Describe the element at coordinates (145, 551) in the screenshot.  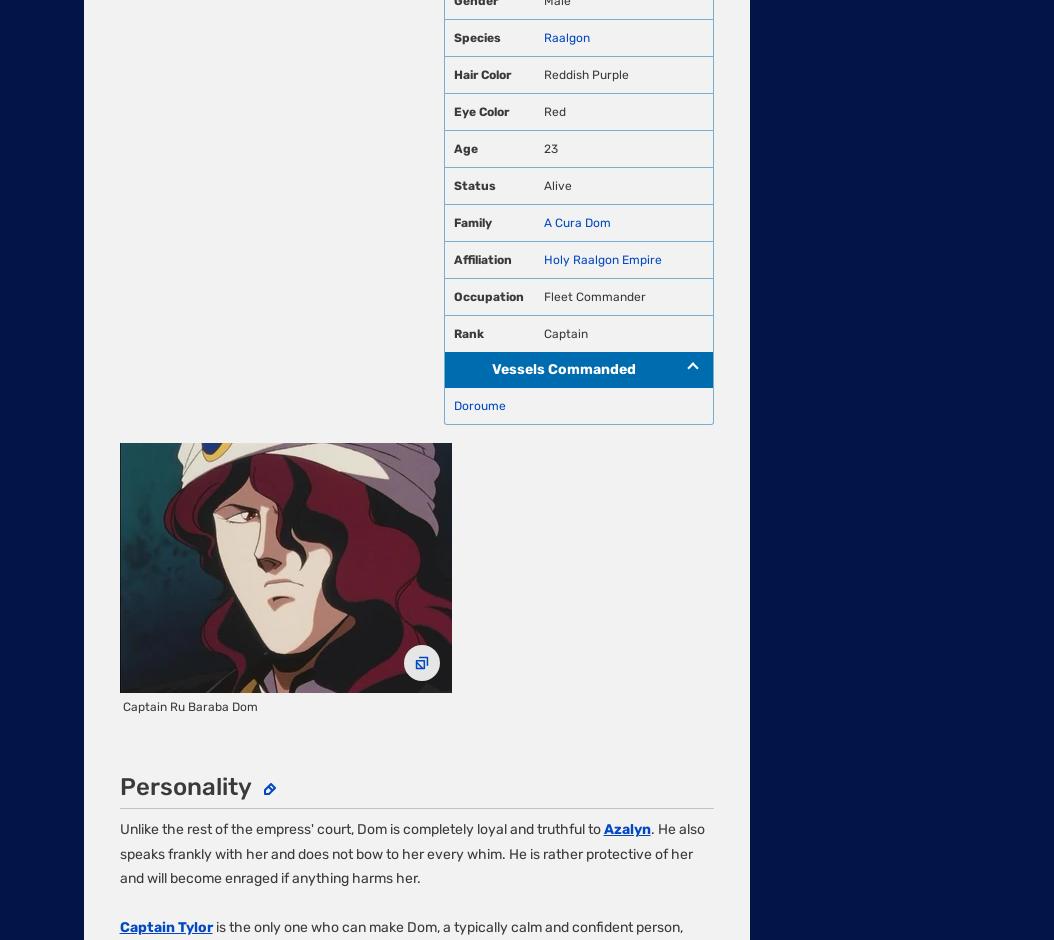
I see `'Community Central'` at that location.